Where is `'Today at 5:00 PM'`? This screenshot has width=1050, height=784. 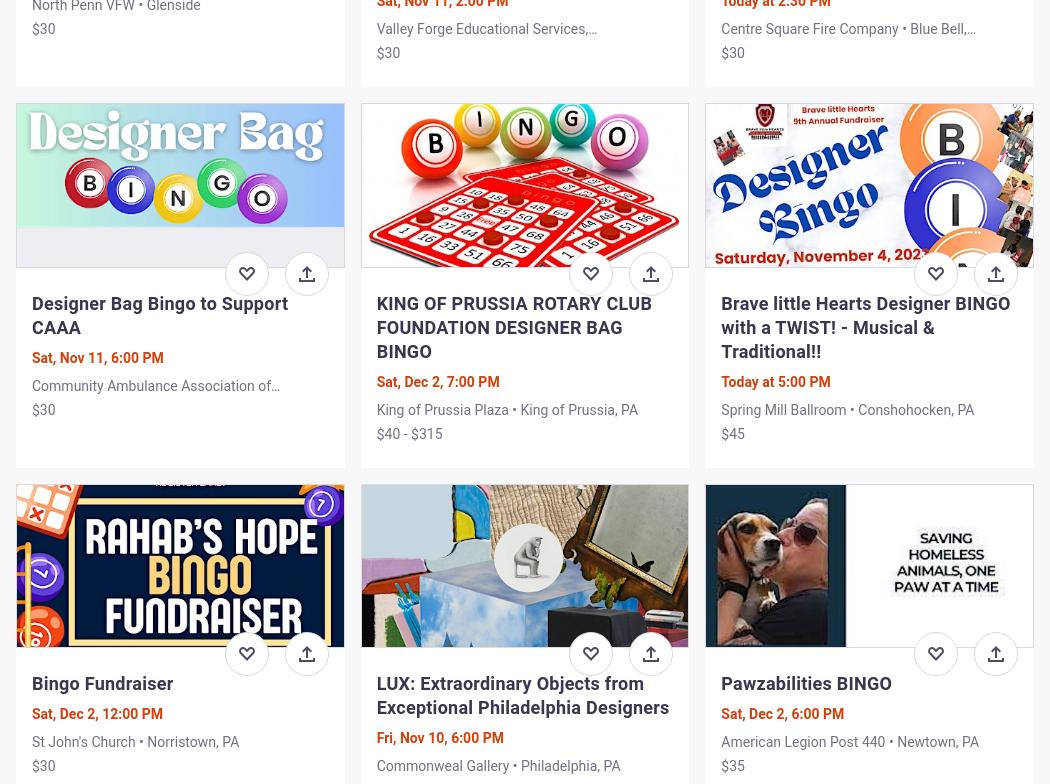
'Today at 5:00 PM' is located at coordinates (775, 381).